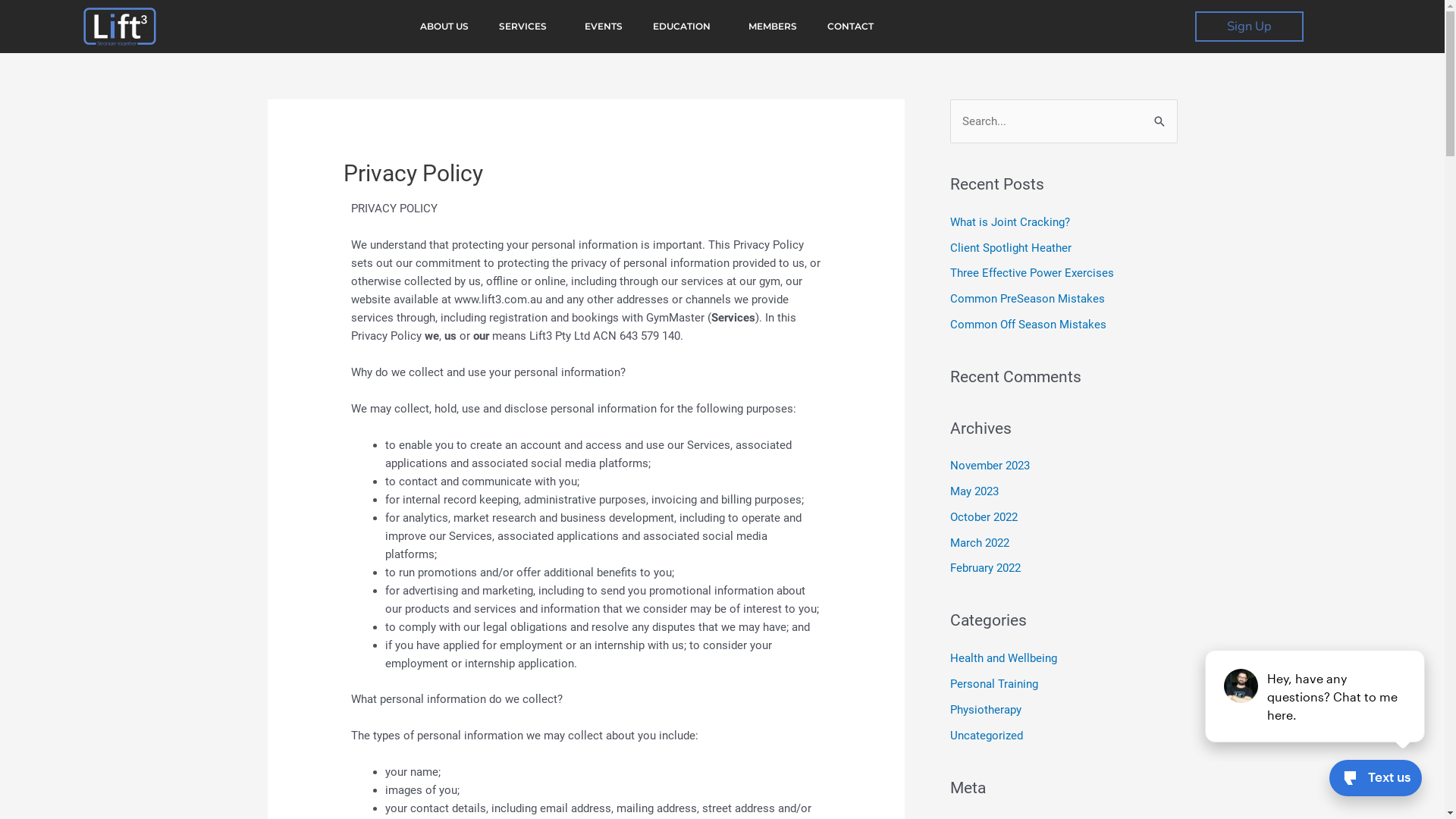 The width and height of the screenshot is (1456, 819). What do you see at coordinates (1010, 247) in the screenshot?
I see `'Client Spotlight Heather'` at bounding box center [1010, 247].